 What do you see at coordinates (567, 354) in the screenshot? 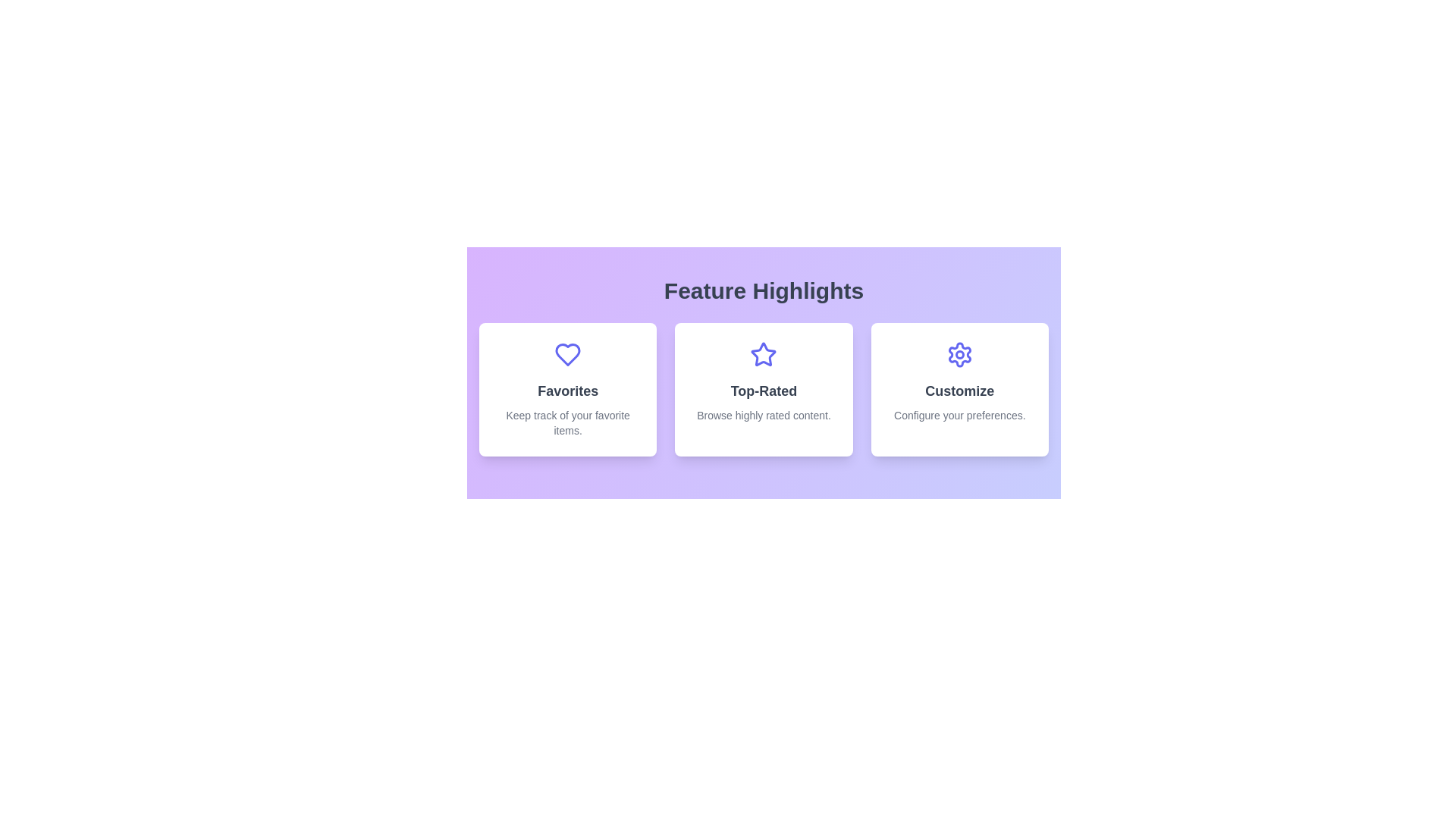
I see `the heart outline icon with a blue stroke color, which is centered above the 'Favorites' text within the leftmost card of a three-card layout` at bounding box center [567, 354].